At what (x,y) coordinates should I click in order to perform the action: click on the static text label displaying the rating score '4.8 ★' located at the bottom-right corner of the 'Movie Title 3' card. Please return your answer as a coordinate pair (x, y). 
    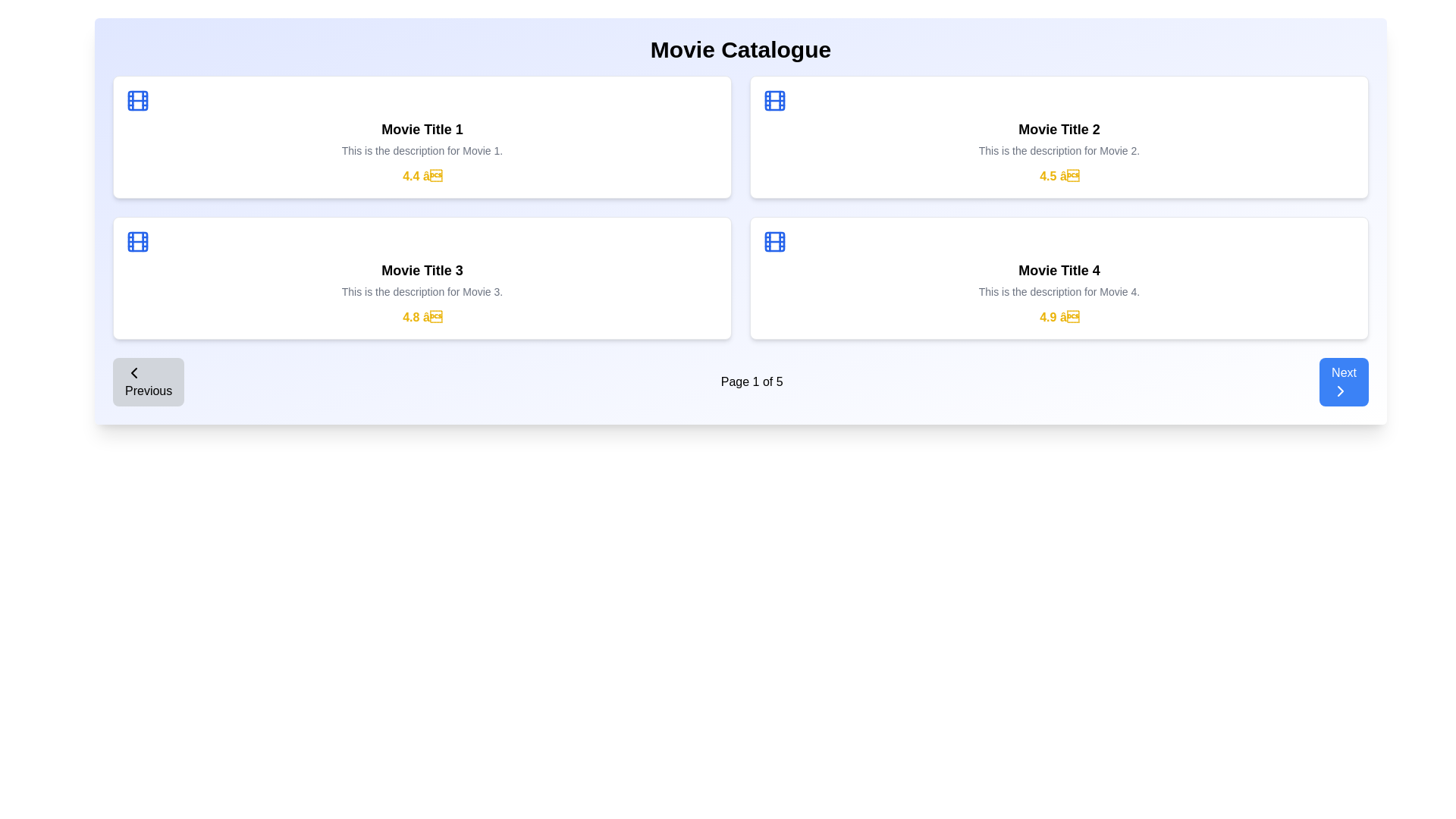
    Looking at the image, I should click on (422, 315).